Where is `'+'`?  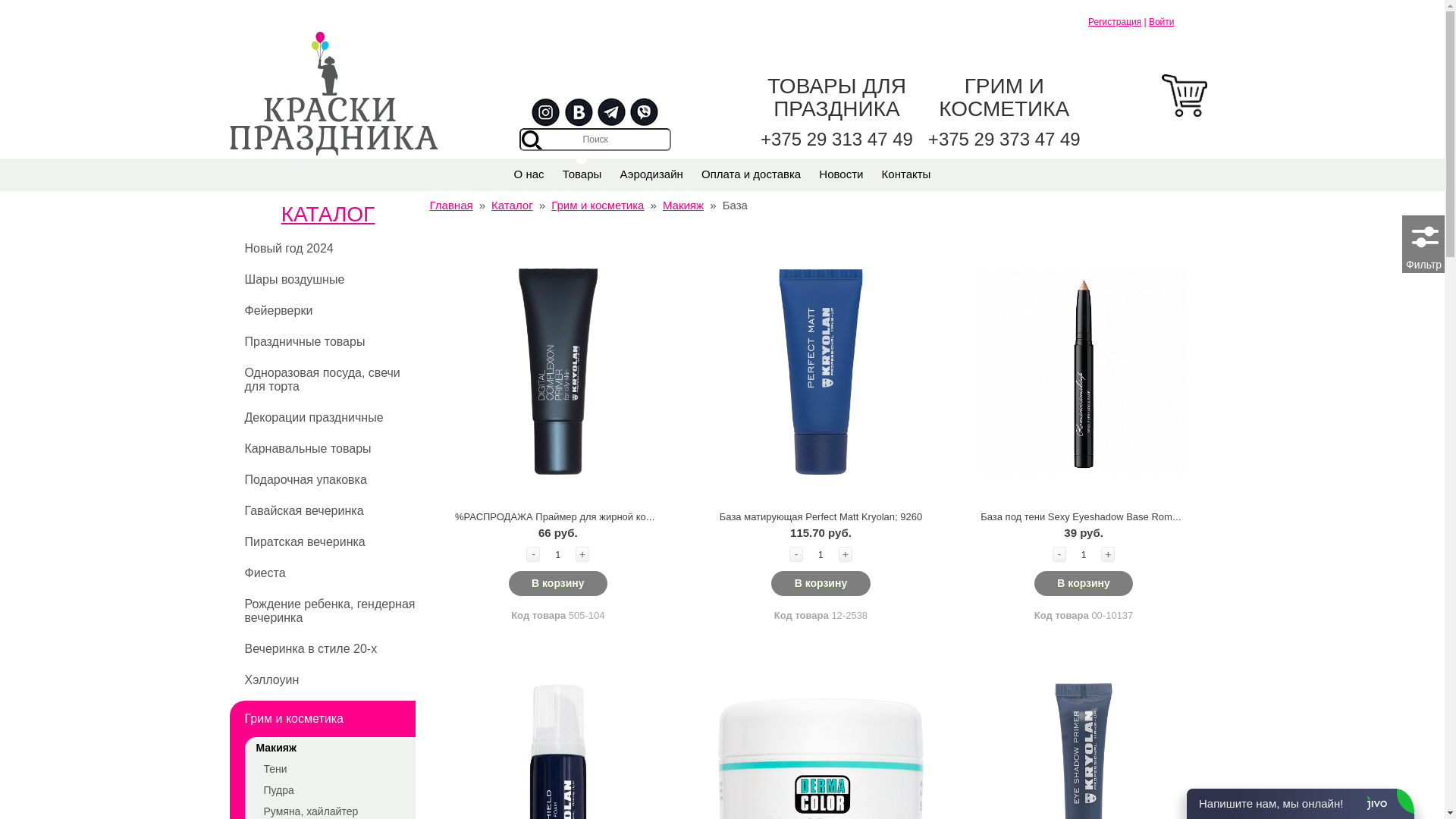 '+' is located at coordinates (582, 554).